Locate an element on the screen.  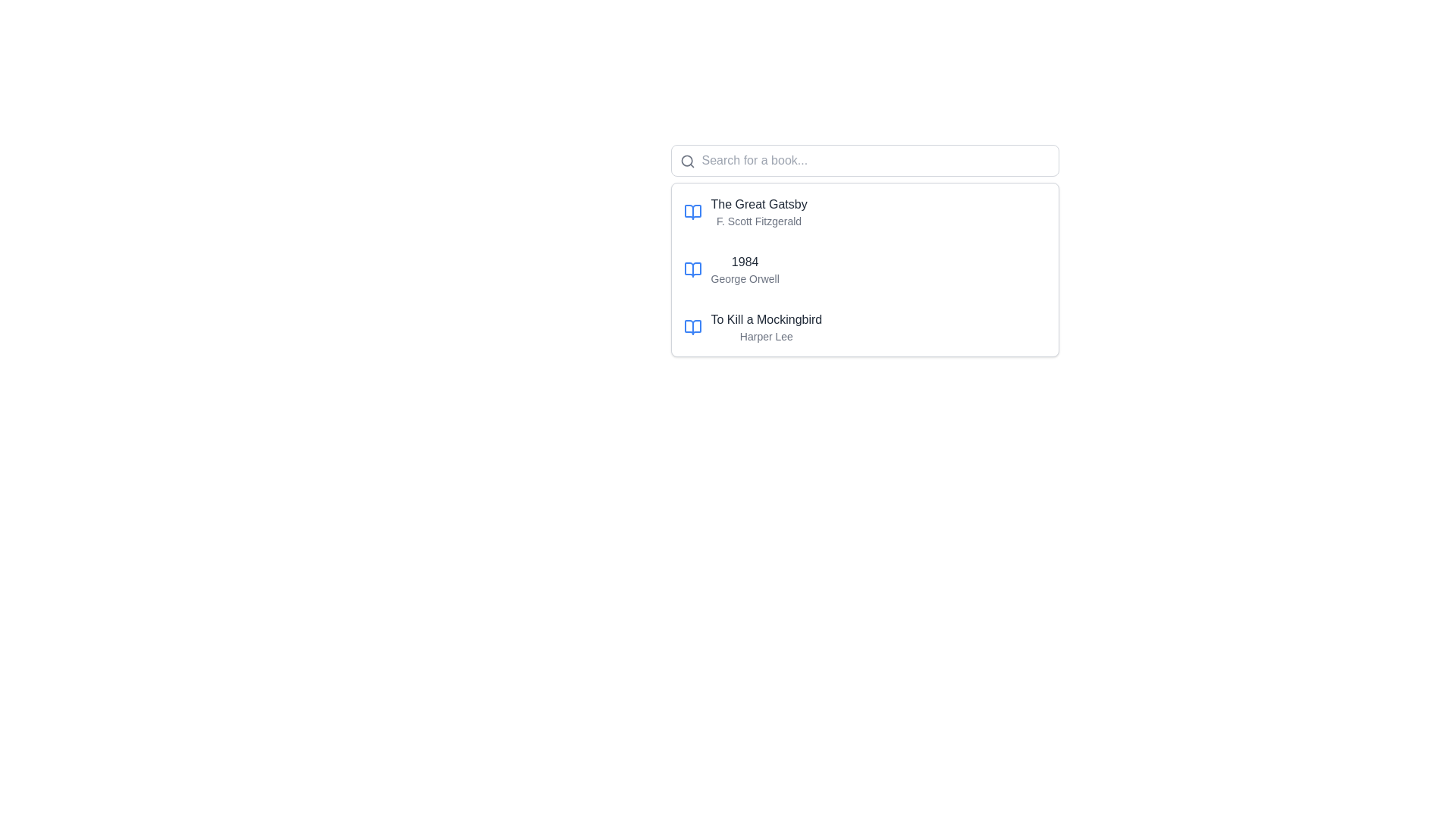
the text label displaying the author's name for 'The Great Gatsby', located directly beneath the book title is located at coordinates (759, 221).